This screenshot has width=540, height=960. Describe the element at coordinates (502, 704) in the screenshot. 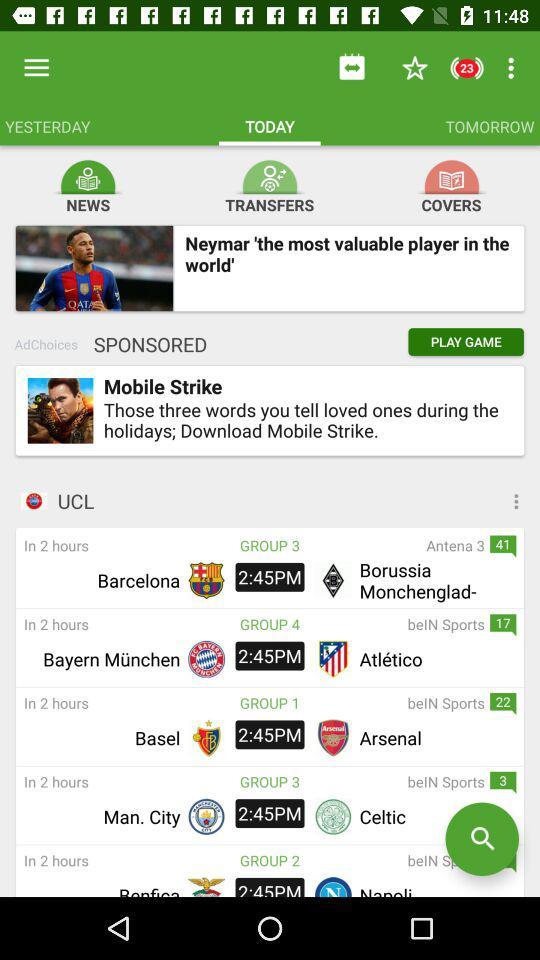

I see `the 22 item` at that location.